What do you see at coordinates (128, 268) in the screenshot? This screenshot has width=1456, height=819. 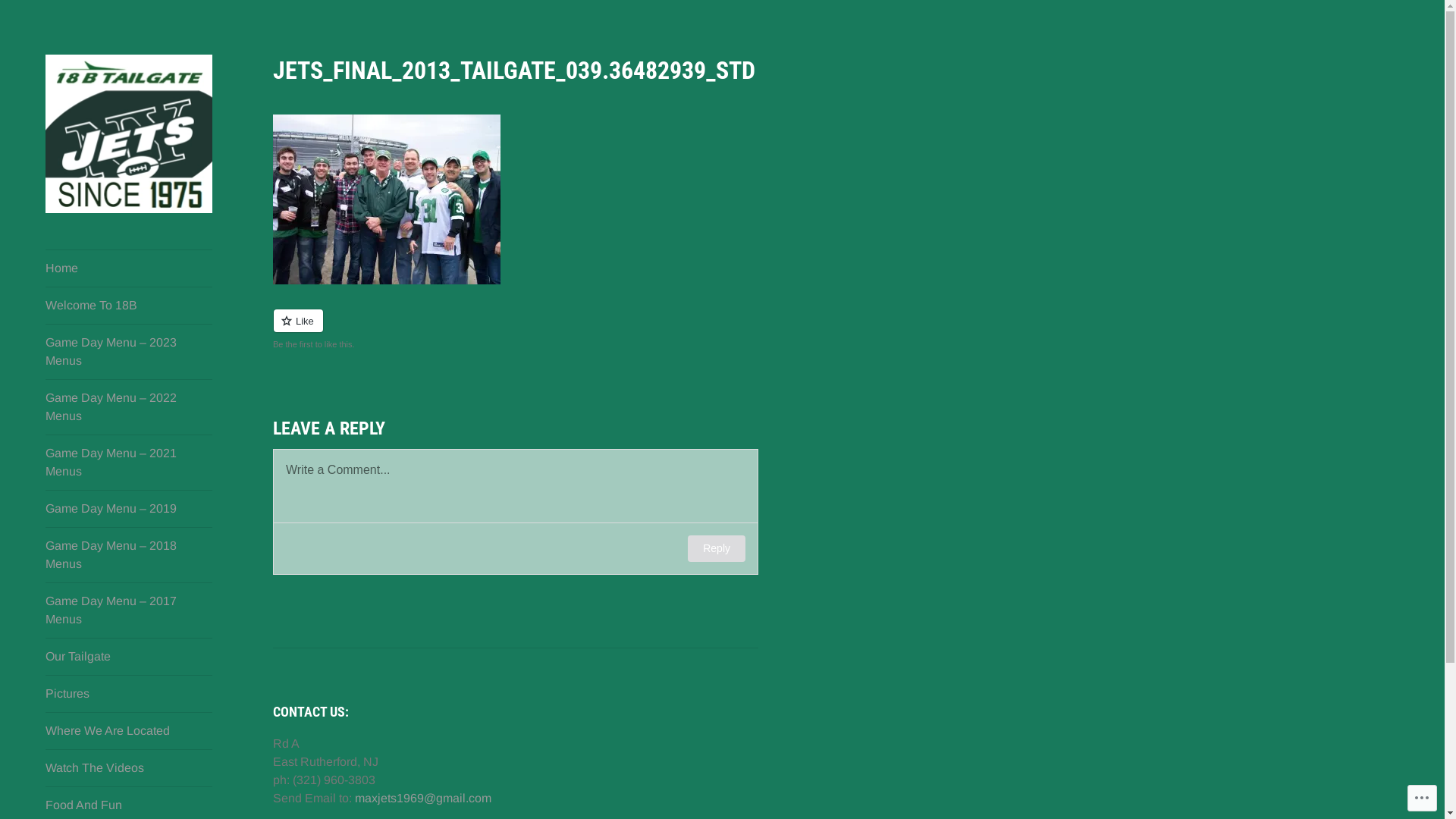 I see `'Home'` at bounding box center [128, 268].